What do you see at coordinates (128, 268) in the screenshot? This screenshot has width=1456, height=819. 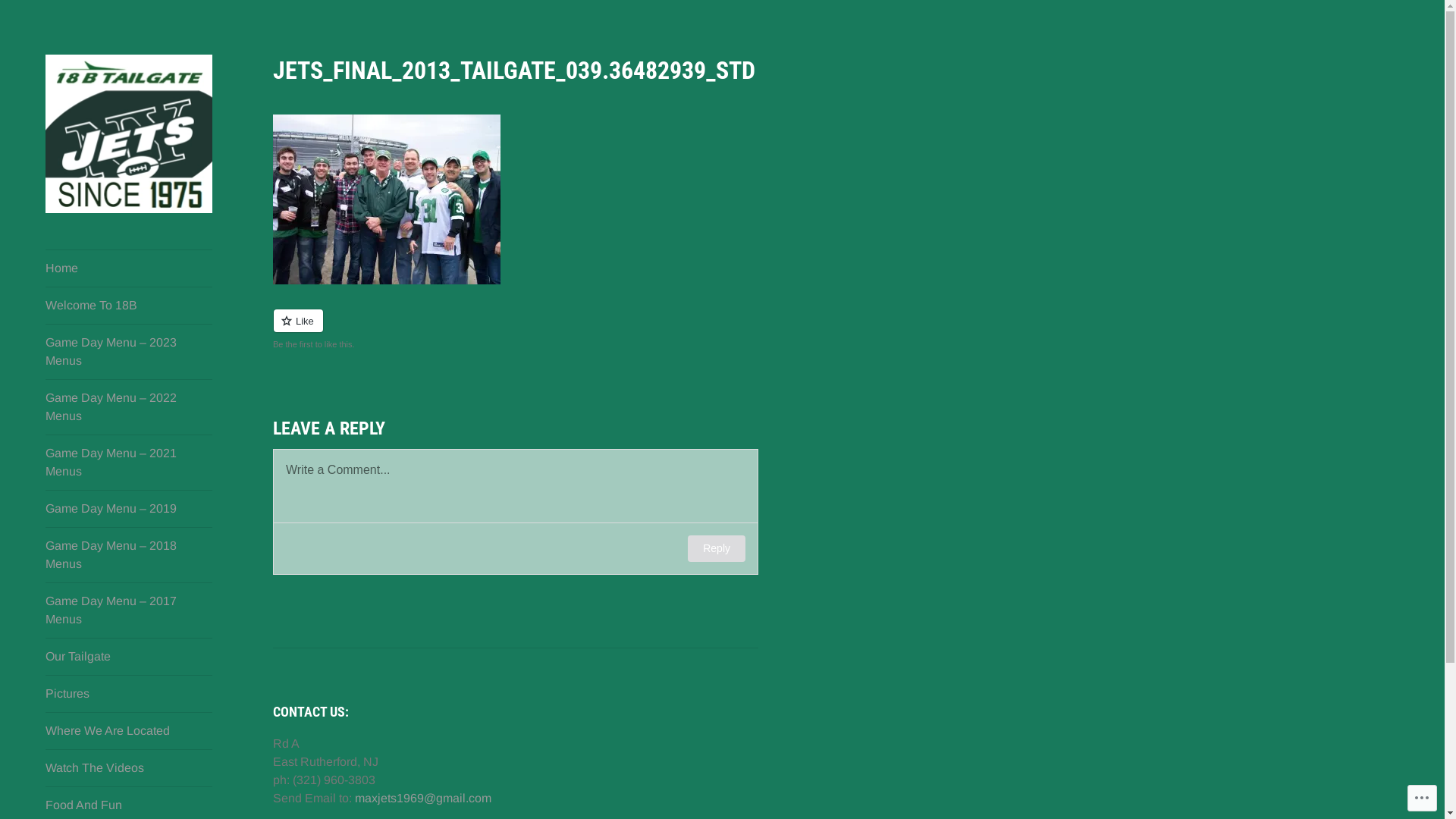 I see `'Home'` at bounding box center [128, 268].